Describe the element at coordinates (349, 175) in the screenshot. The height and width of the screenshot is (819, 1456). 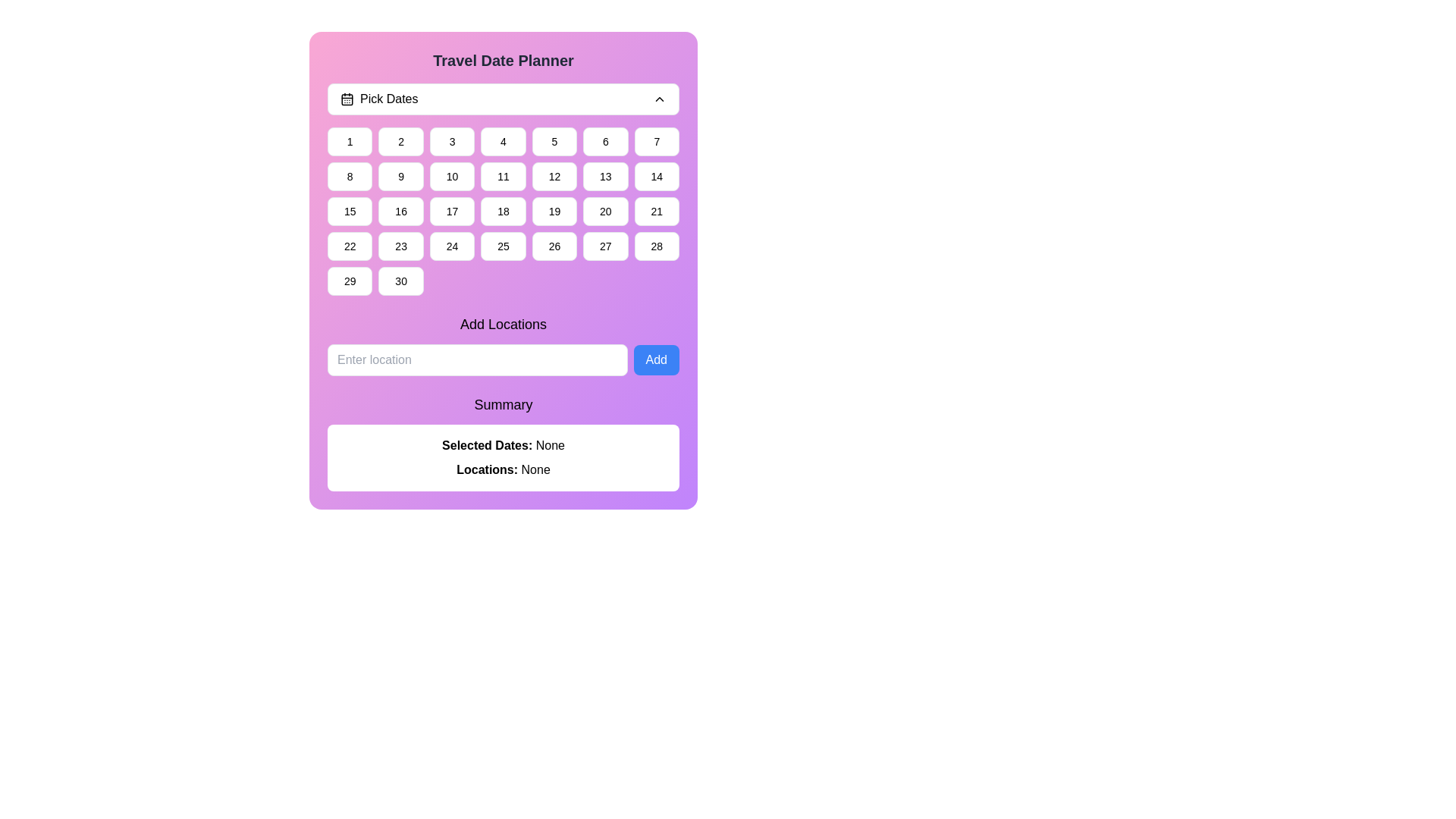
I see `the rectangular button displaying the number '8' in the center, which is part of a grid layout in the 'Pick Dates' section` at that location.